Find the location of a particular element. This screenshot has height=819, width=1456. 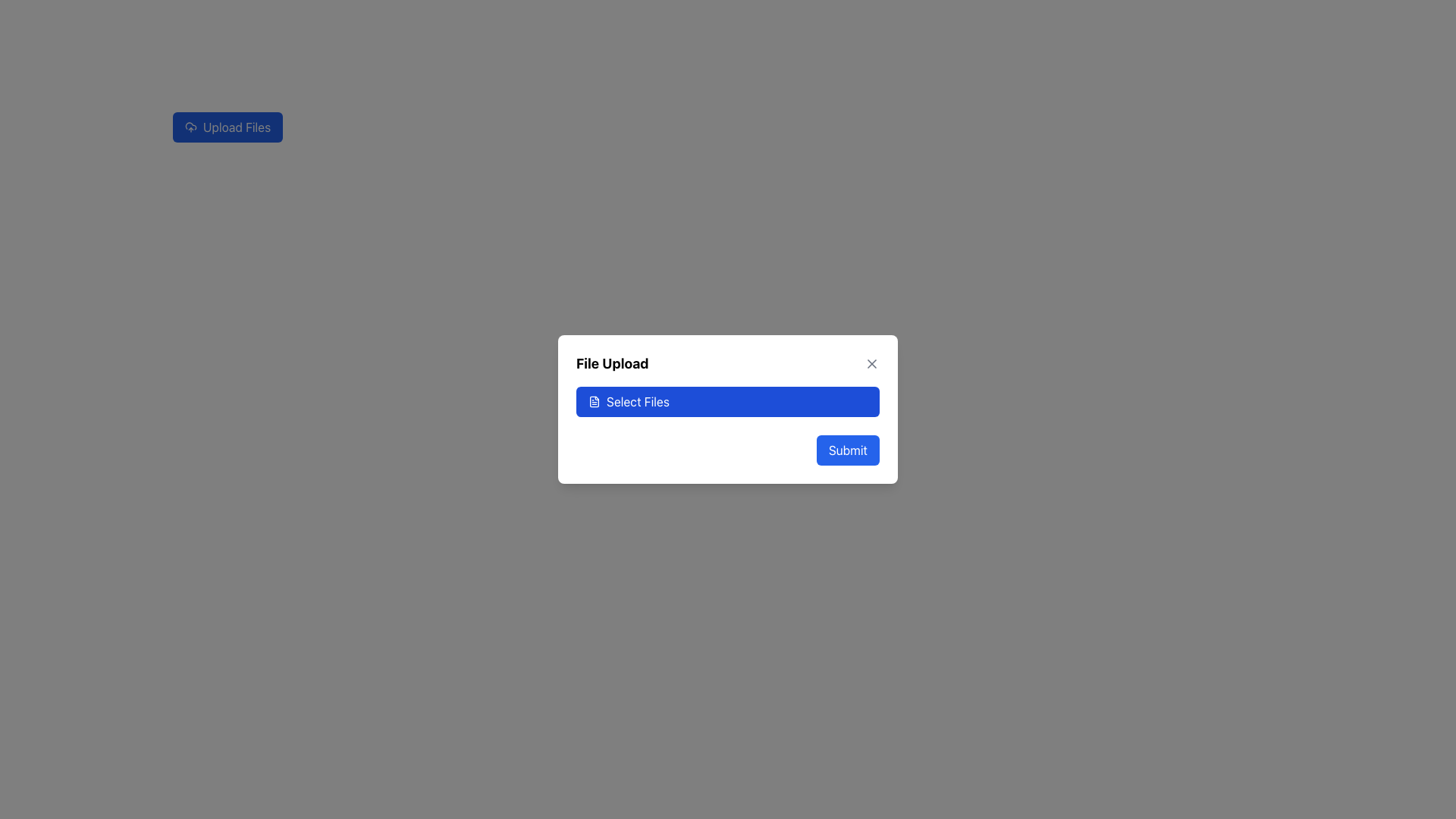

the title text of the modal that indicates the purpose of the dialog, which relates to file uploading is located at coordinates (612, 363).